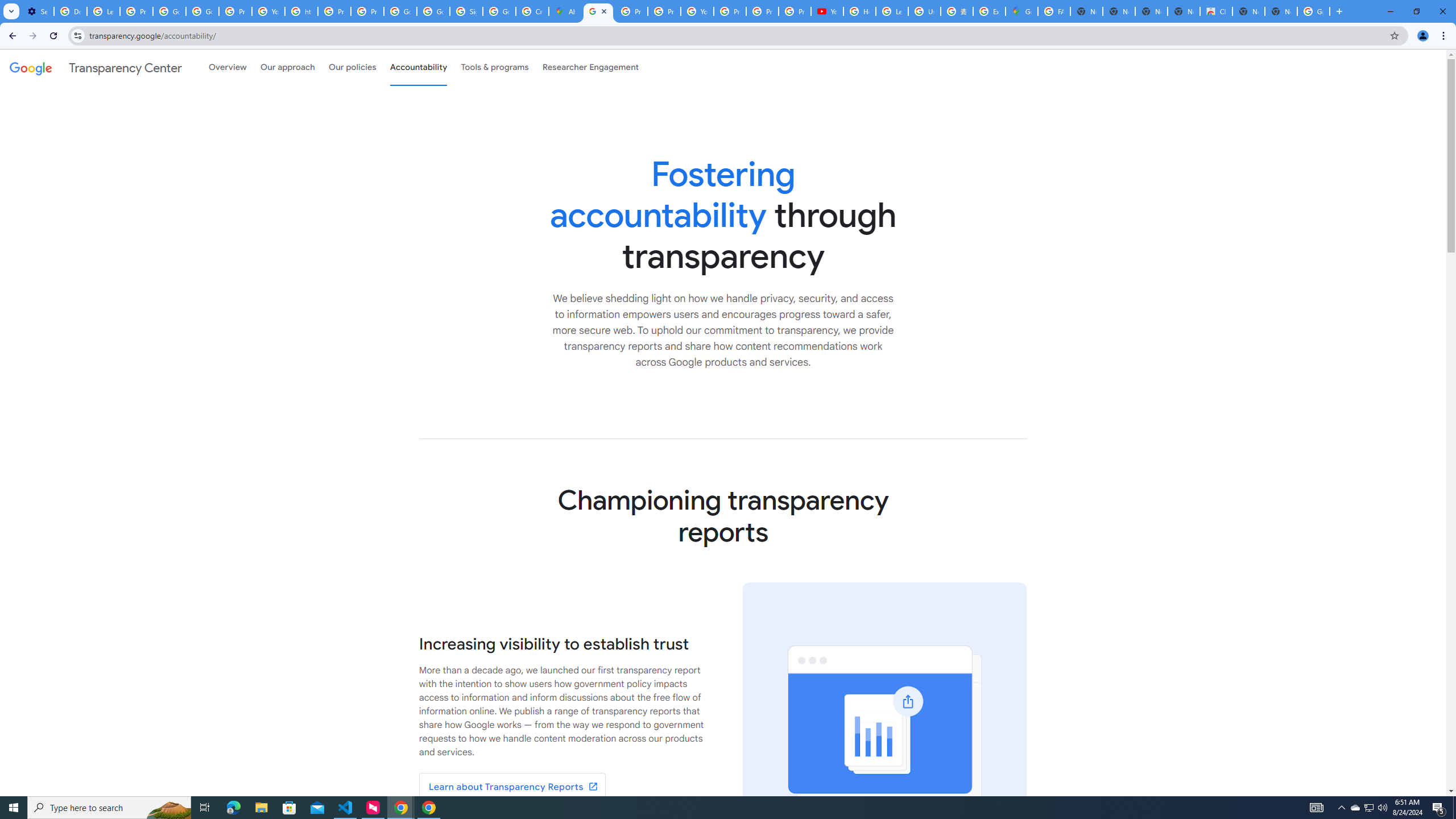 The width and height of the screenshot is (1456, 819). I want to click on 'Our policies', so click(352, 67).